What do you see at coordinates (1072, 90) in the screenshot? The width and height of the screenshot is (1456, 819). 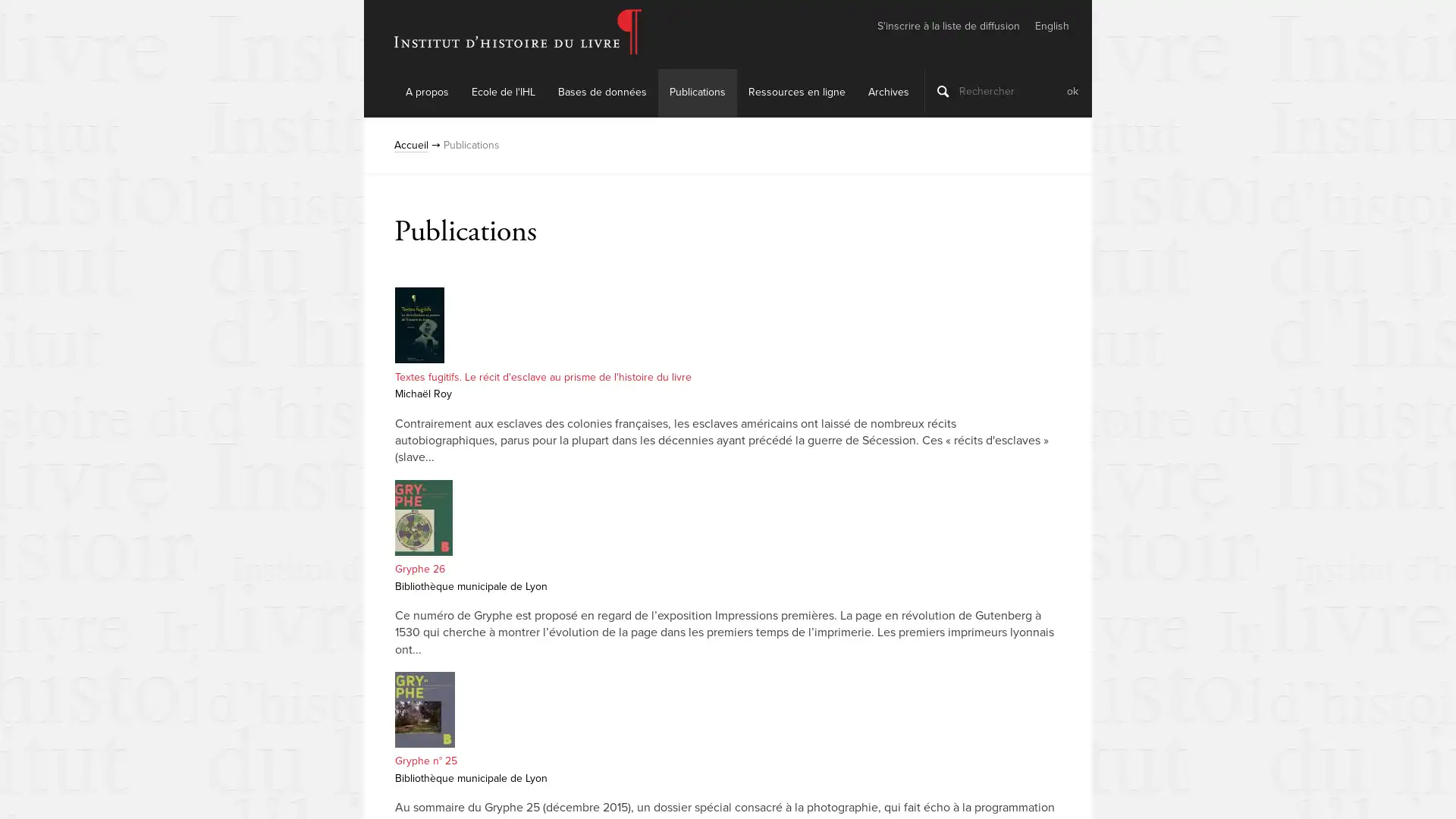 I see `ok` at bounding box center [1072, 90].